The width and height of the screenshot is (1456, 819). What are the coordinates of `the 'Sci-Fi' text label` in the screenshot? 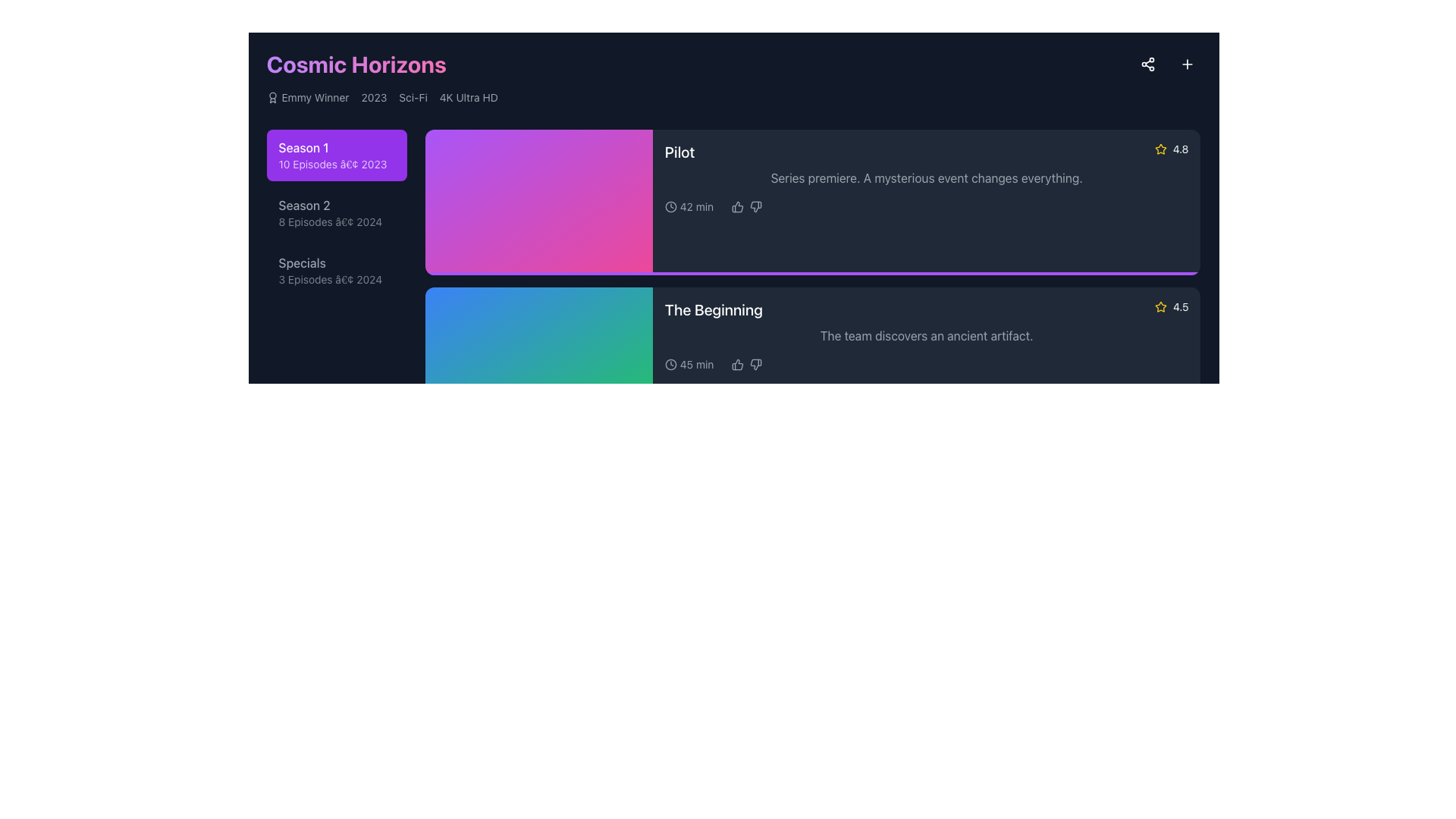 It's located at (413, 97).